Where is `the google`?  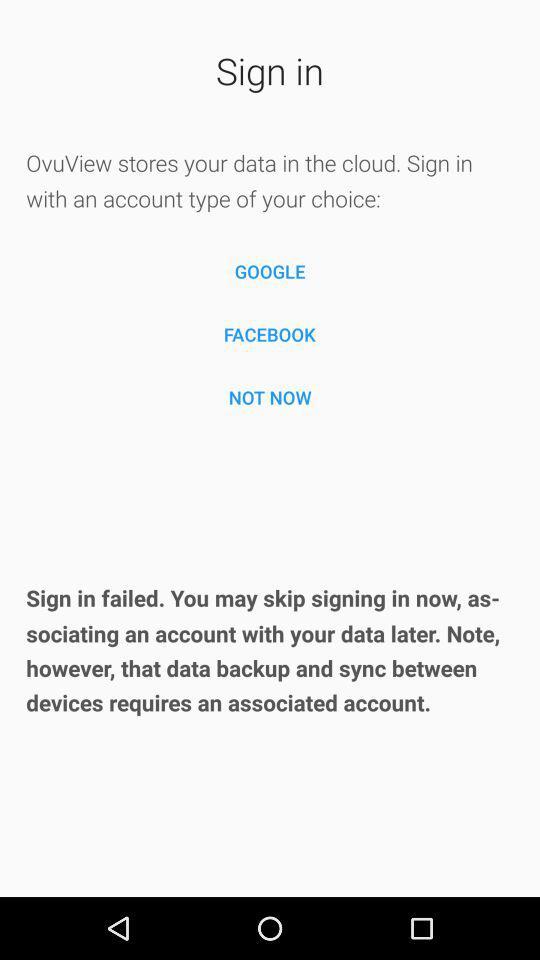 the google is located at coordinates (270, 270).